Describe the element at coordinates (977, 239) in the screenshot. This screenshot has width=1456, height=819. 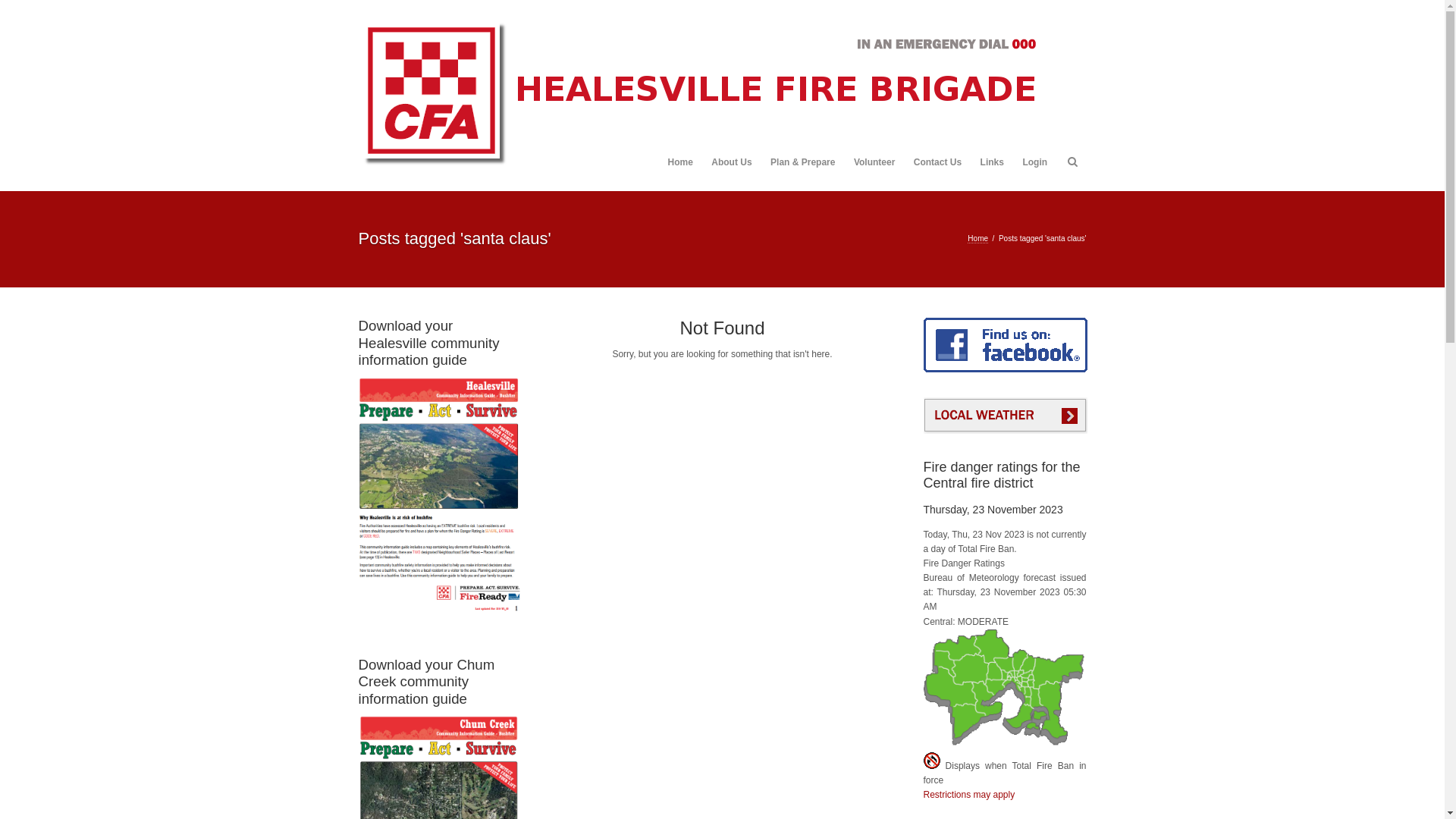
I see `'Home'` at that location.